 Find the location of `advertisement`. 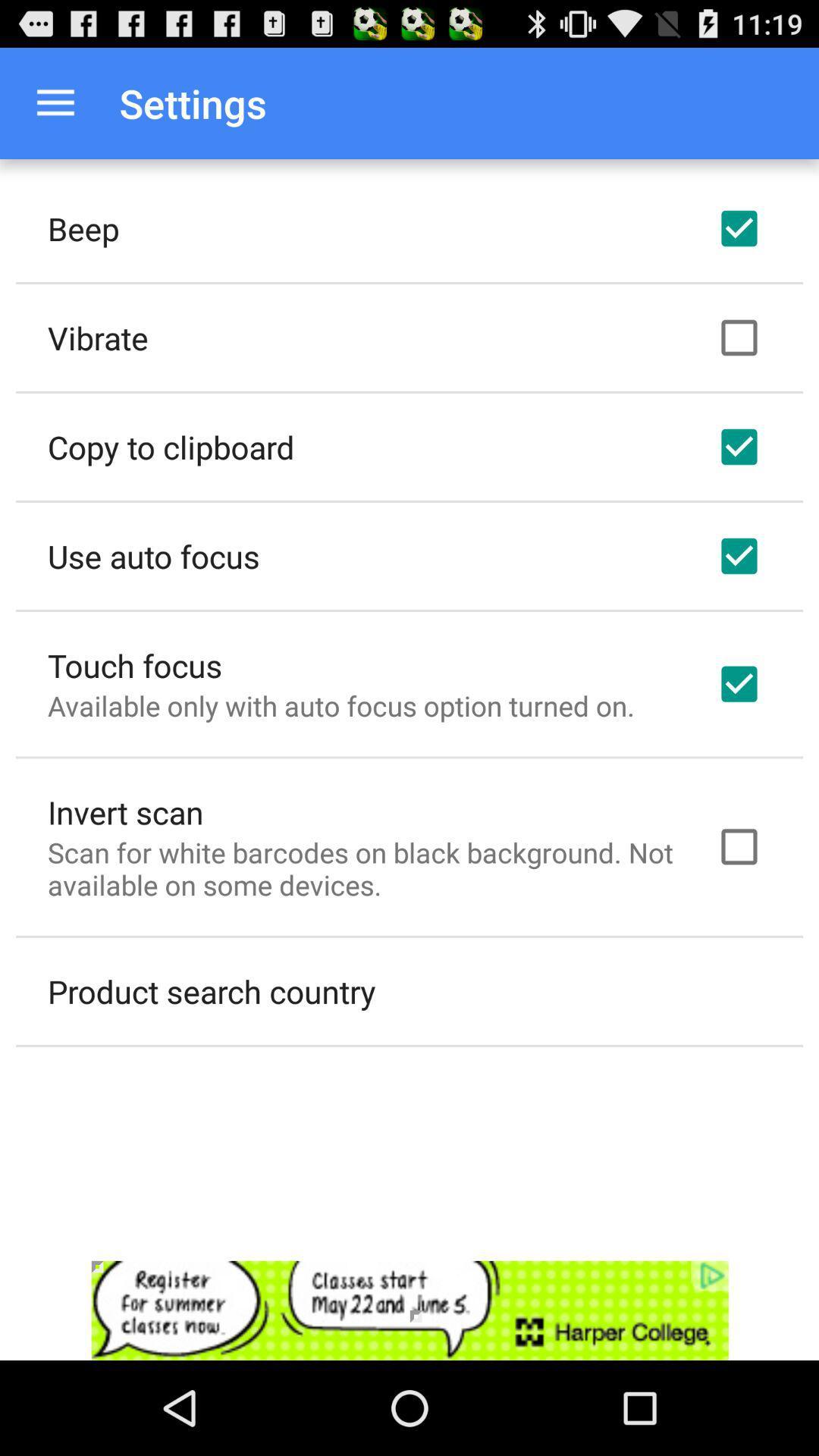

advertisement is located at coordinates (409, 1310).